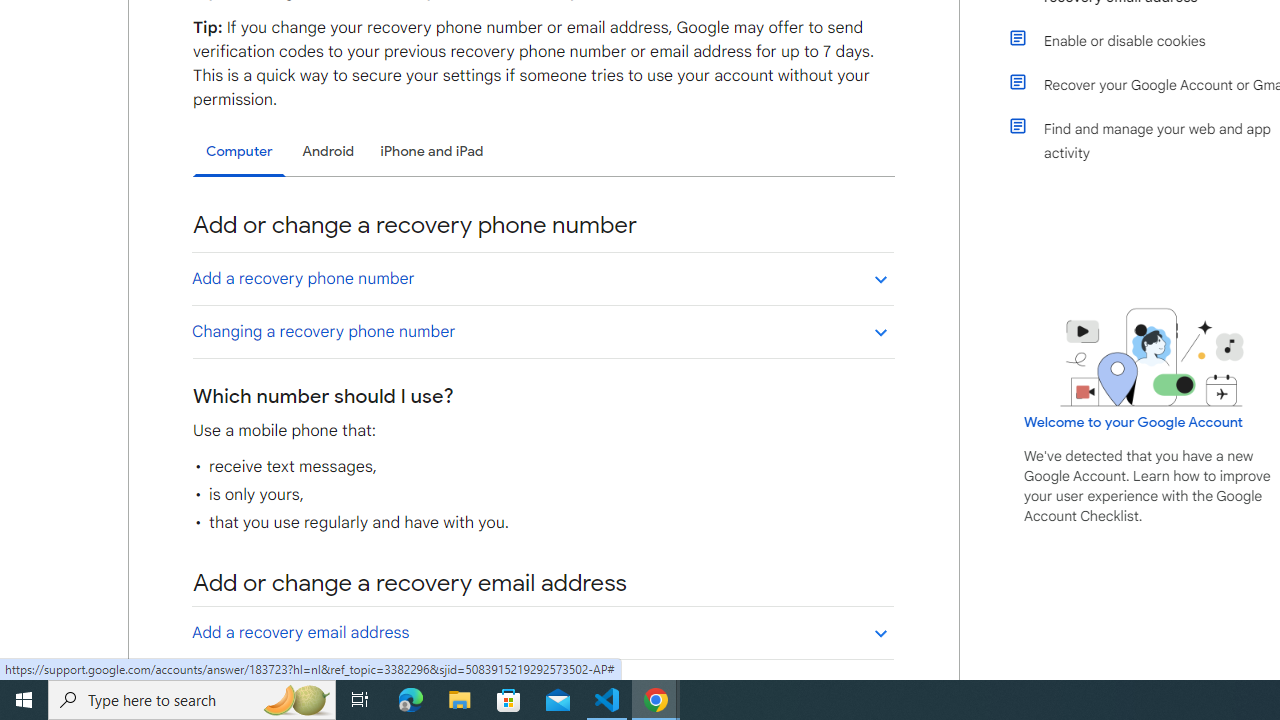 The height and width of the screenshot is (720, 1280). I want to click on 'Add a recovery phone number', so click(542, 278).